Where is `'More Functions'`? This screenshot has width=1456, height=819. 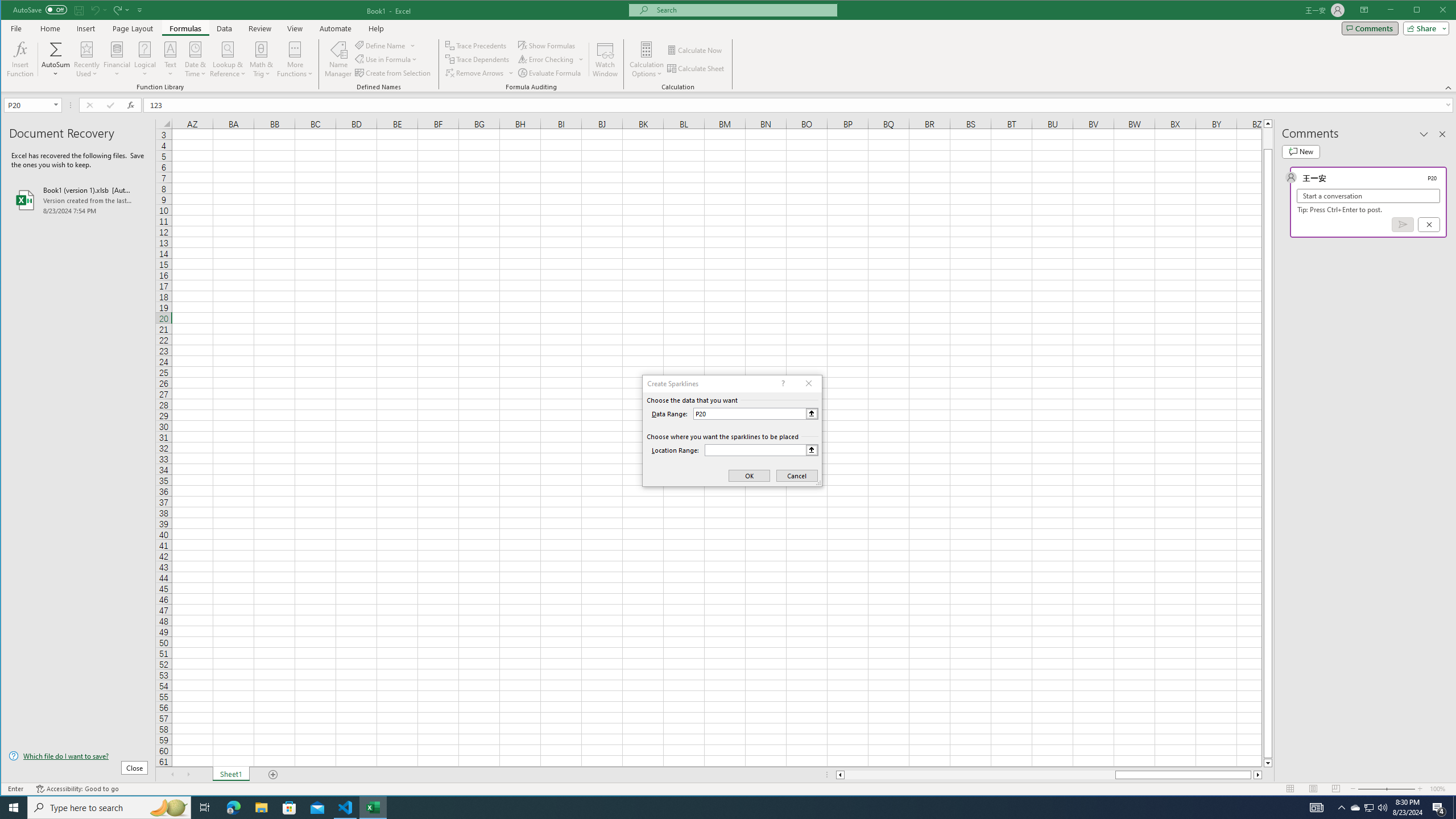 'More Functions' is located at coordinates (294, 59).